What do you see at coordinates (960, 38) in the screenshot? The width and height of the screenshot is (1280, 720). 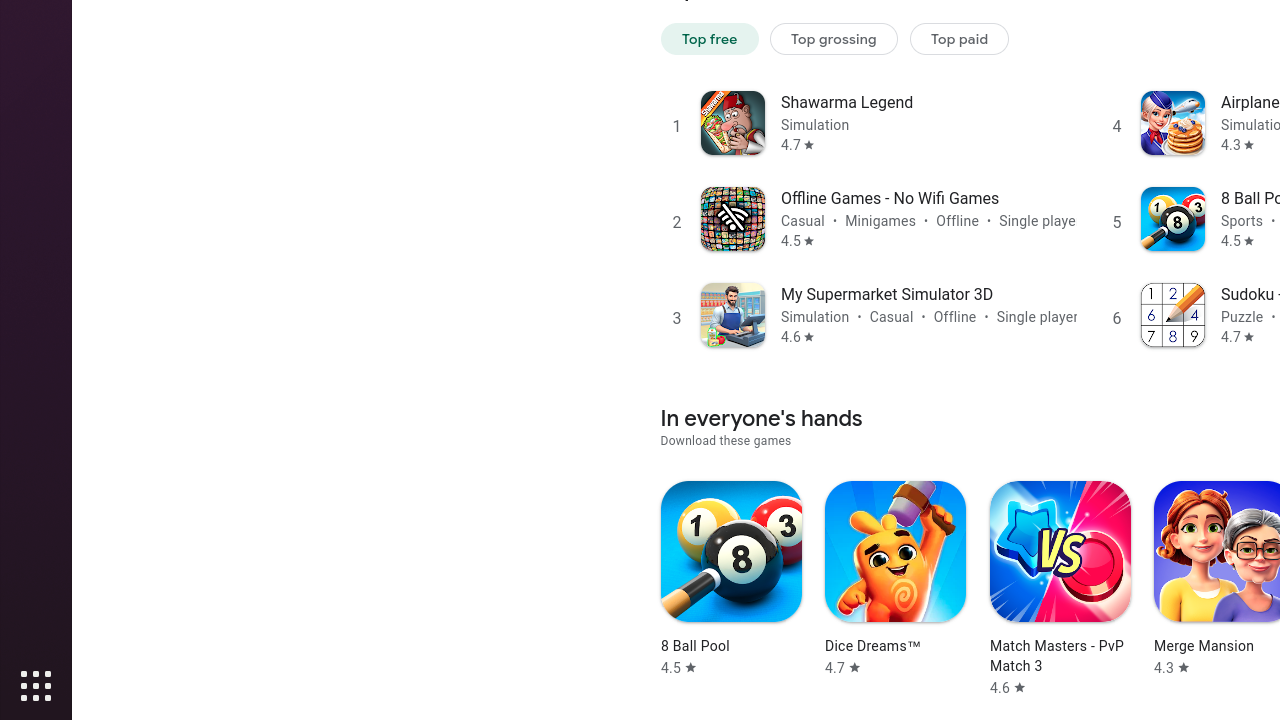 I see `'Top paid'` at bounding box center [960, 38].